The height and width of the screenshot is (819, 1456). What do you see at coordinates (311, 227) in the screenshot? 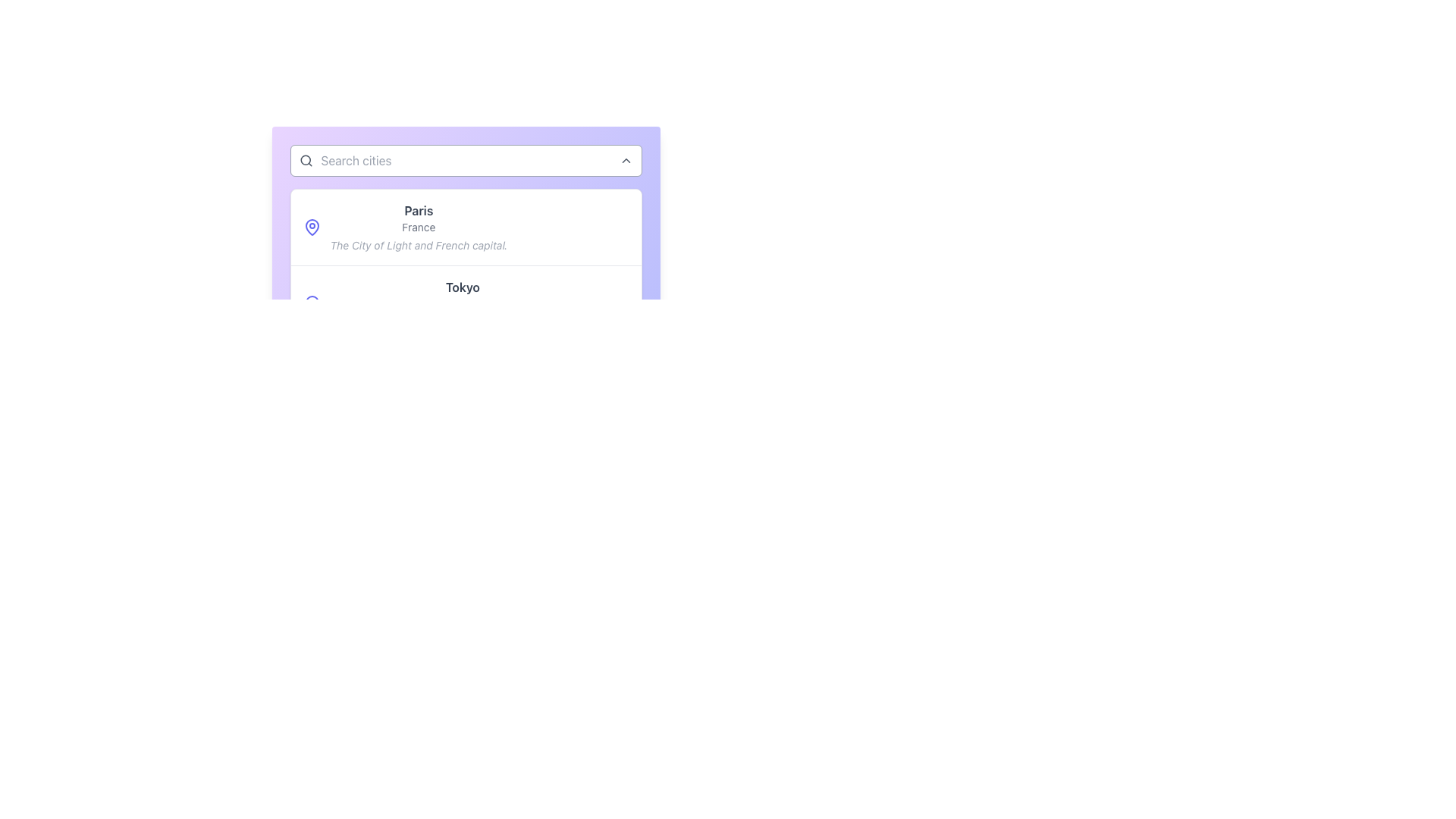
I see `the outer section of the purple map pin icon located to the left of 'Paris' in the dropdown menu, which is the first icon in the list` at bounding box center [311, 227].